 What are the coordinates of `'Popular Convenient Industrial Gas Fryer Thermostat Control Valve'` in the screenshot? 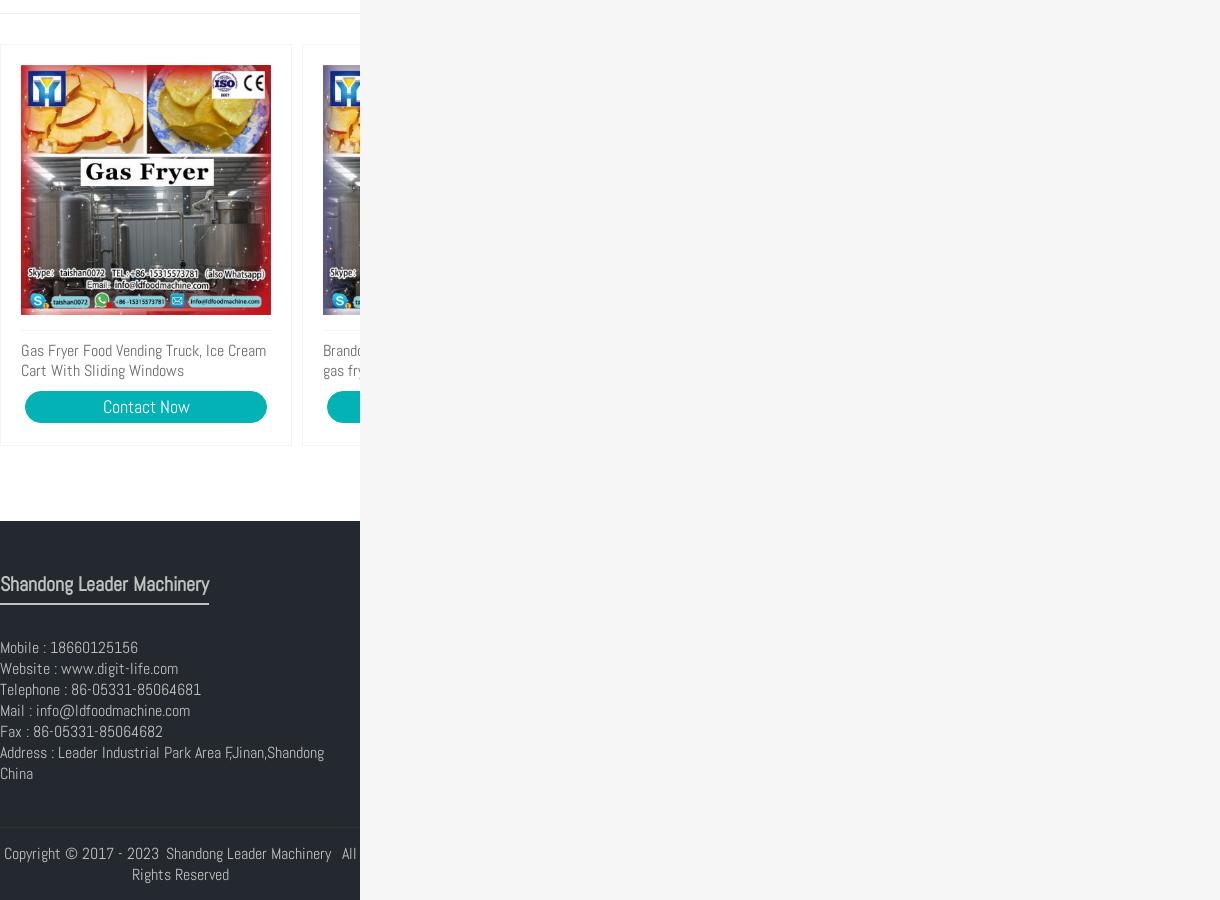 It's located at (625, 360).